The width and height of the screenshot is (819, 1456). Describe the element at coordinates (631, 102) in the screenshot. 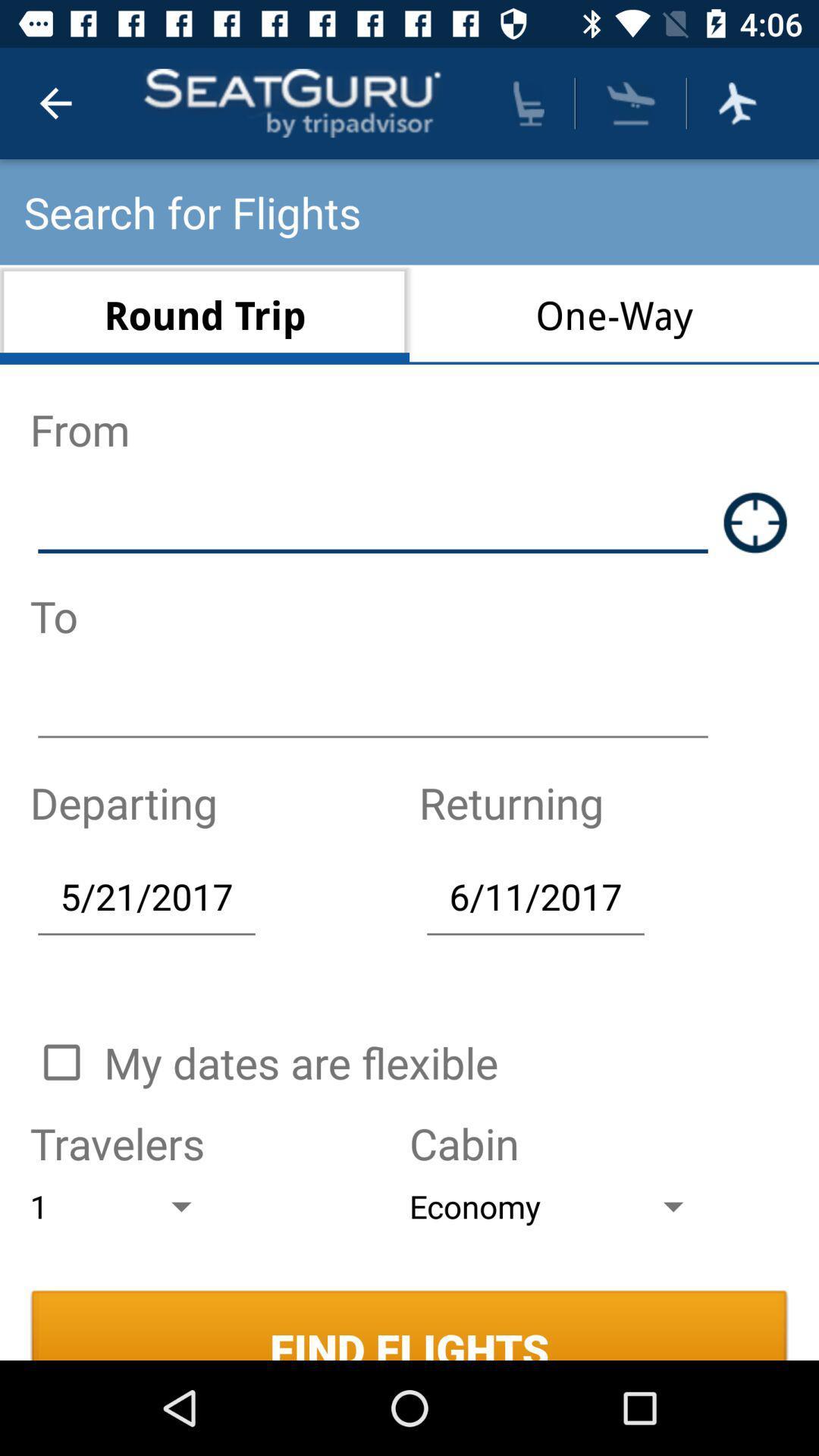

I see `vew arrivals` at that location.